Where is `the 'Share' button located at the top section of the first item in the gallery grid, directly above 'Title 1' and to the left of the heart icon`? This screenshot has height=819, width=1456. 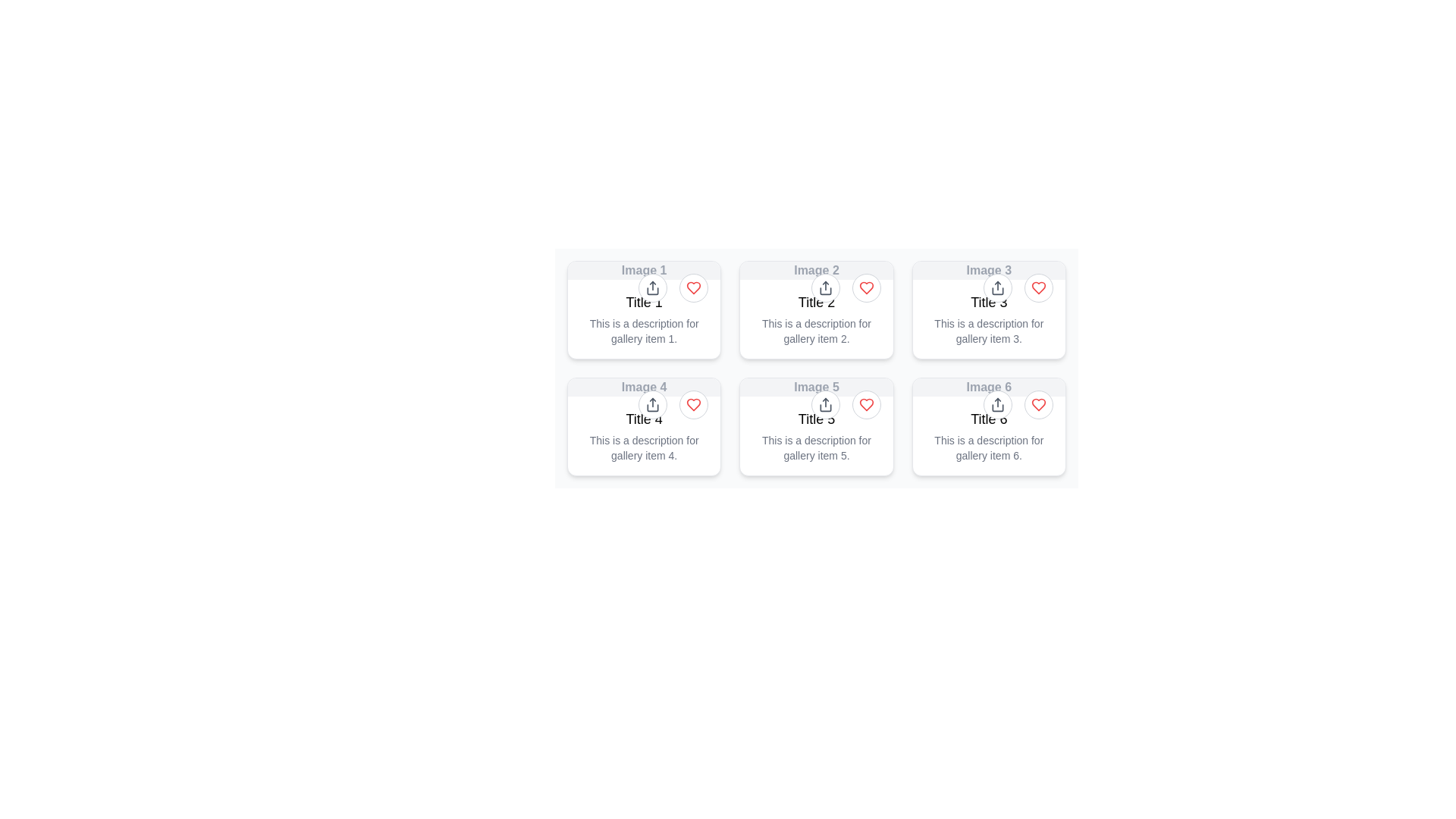 the 'Share' button located at the top section of the first item in the gallery grid, directly above 'Title 1' and to the left of the heart icon is located at coordinates (653, 288).